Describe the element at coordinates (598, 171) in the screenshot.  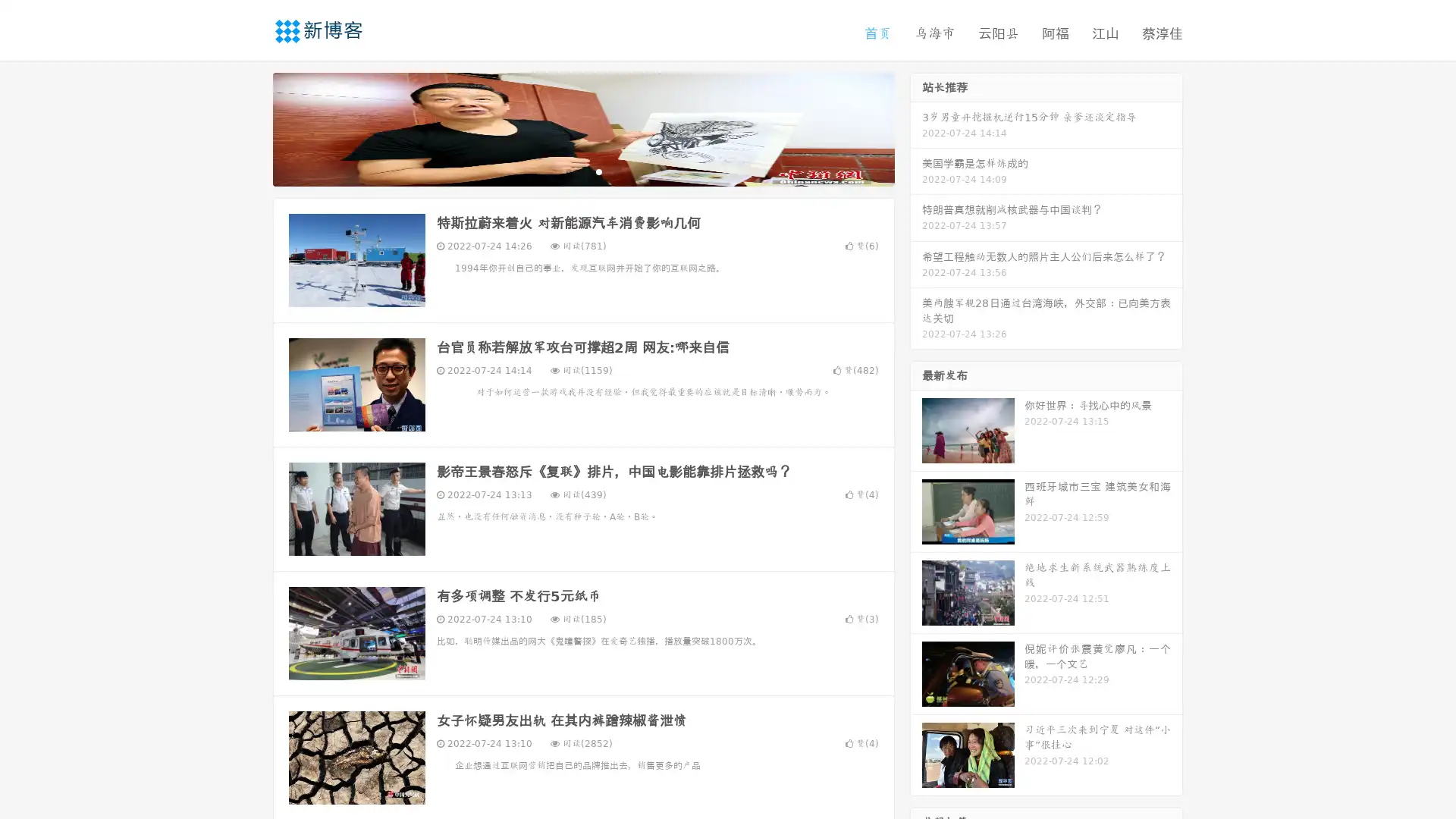
I see `Go to slide 3` at that location.